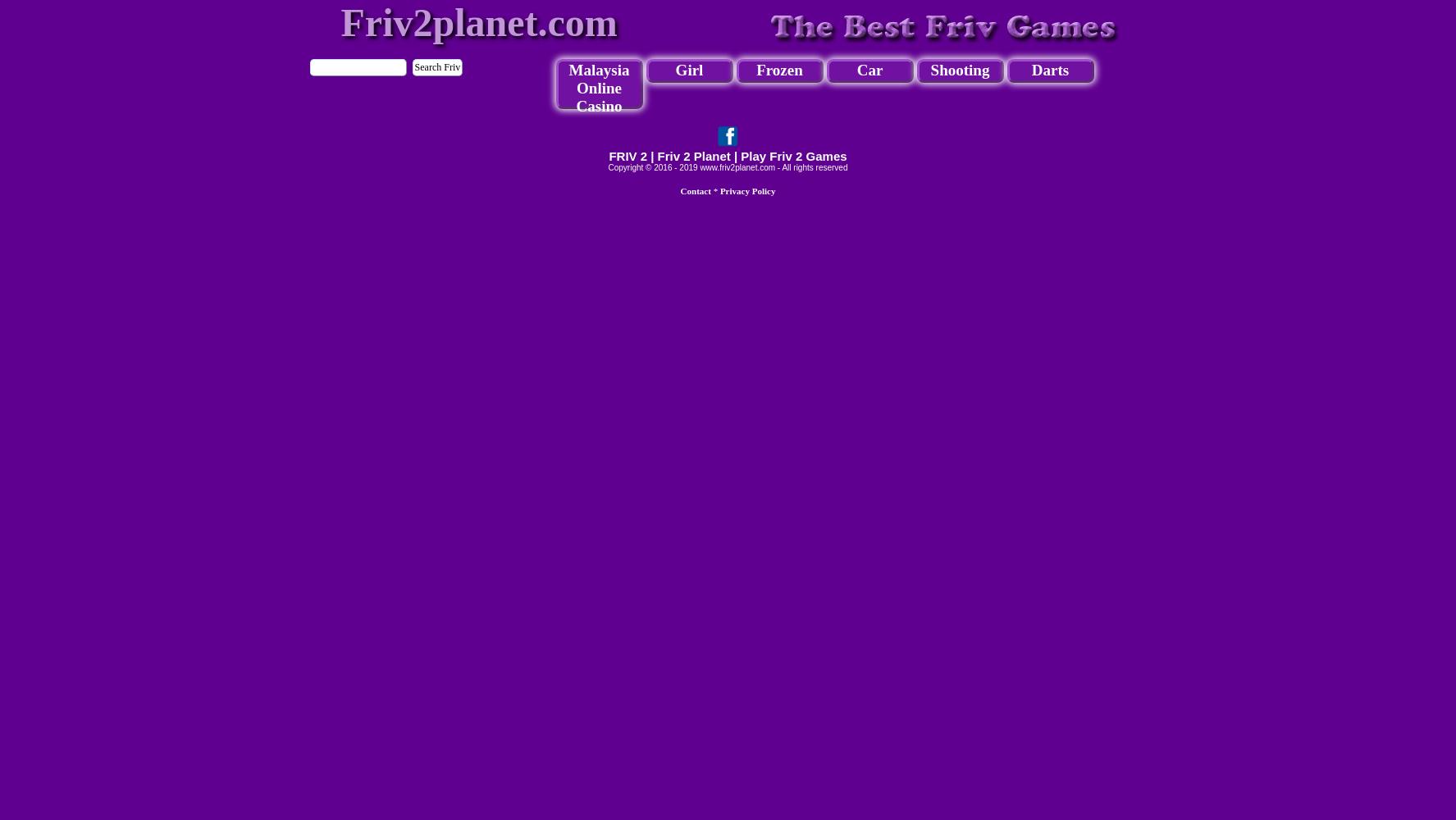 The image size is (1456, 820). I want to click on 'Darts', so click(1049, 69).